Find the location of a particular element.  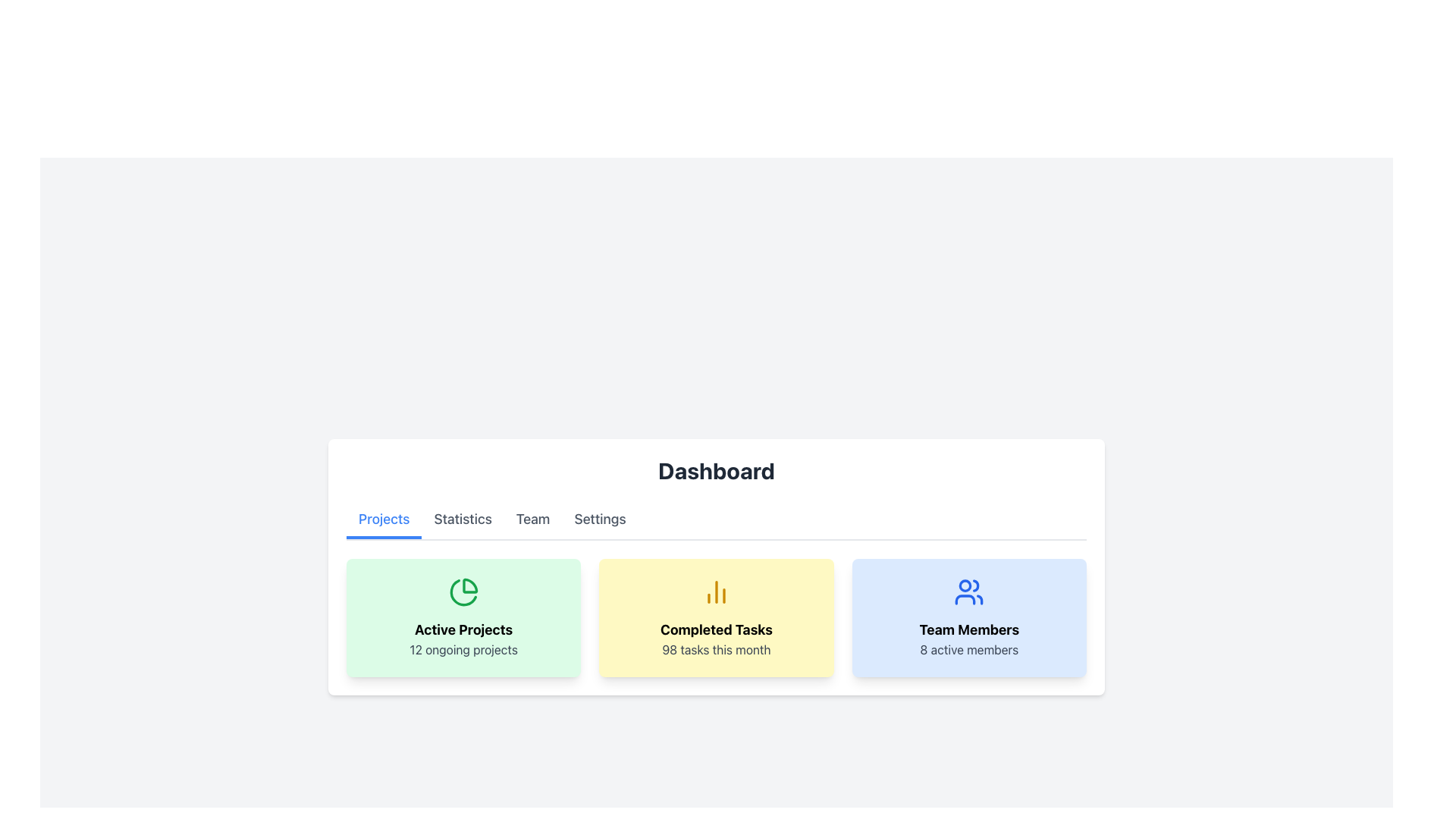

text label that displays '98 tasks this month' located at the bottom of the yellow card titled 'Completed Tasks' is located at coordinates (716, 648).